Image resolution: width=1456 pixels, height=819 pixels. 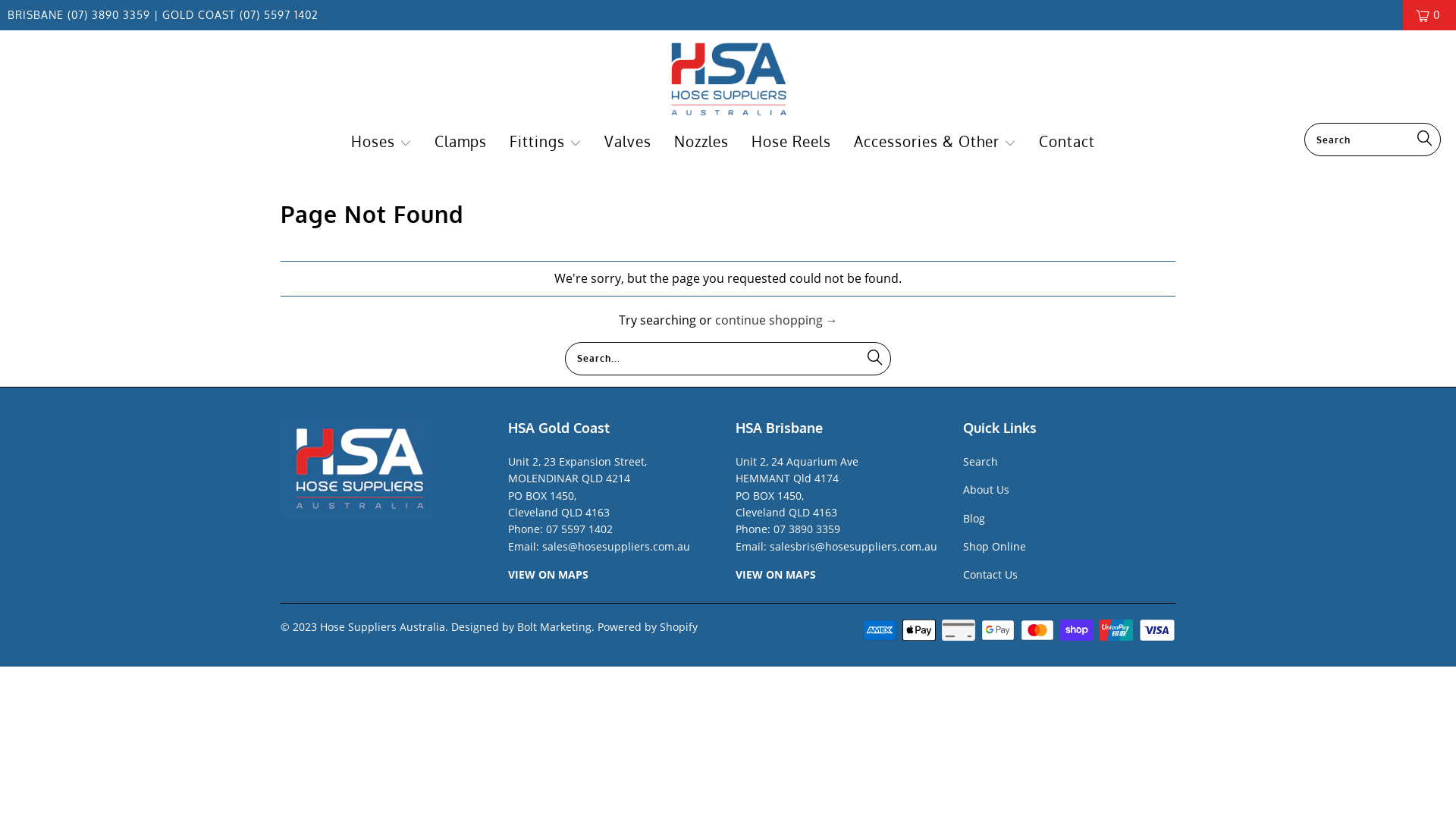 What do you see at coordinates (616, 546) in the screenshot?
I see `'sales@hosesuppliers.com.au'` at bounding box center [616, 546].